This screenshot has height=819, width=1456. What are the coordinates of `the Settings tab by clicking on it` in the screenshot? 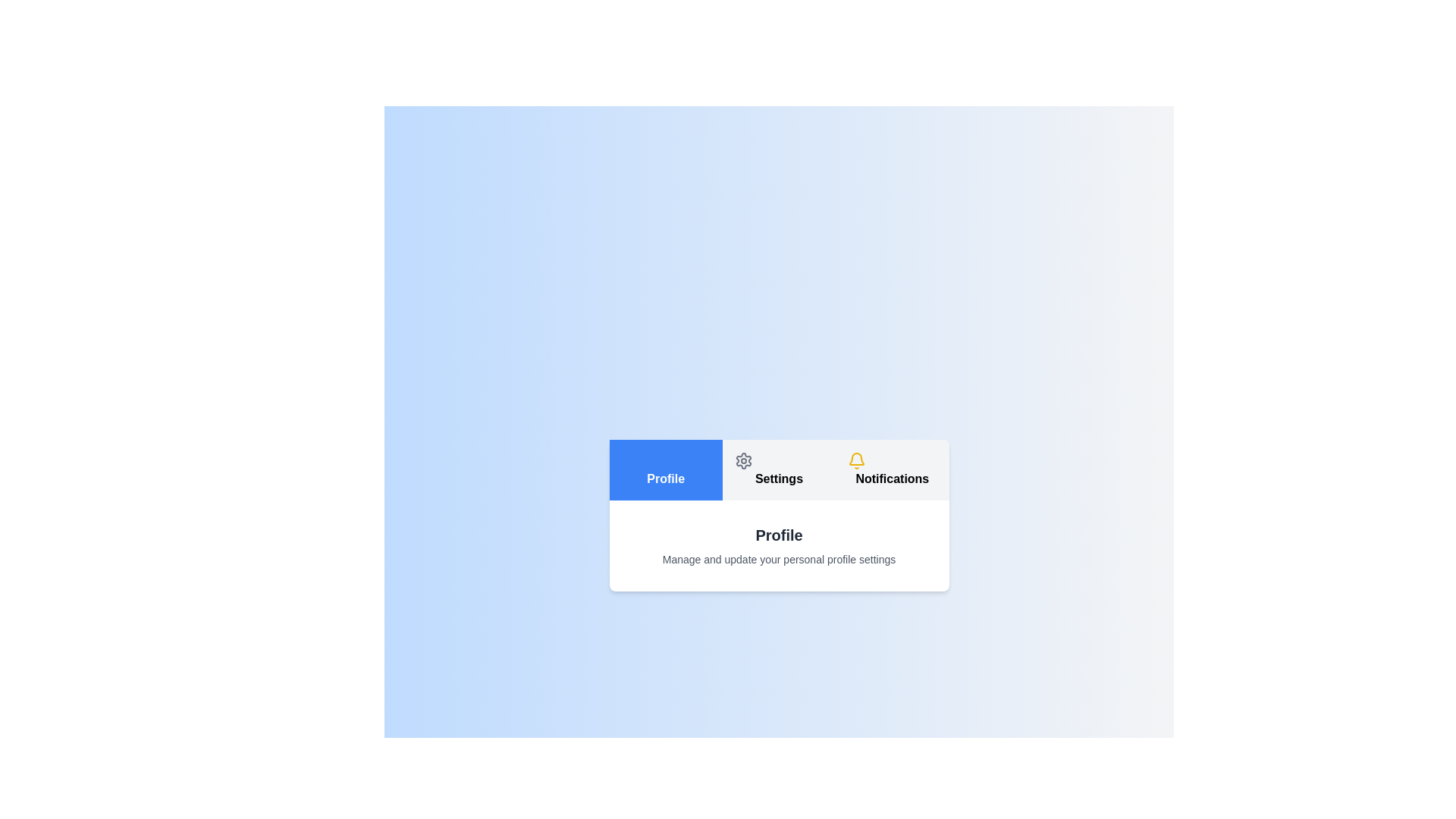 It's located at (779, 469).